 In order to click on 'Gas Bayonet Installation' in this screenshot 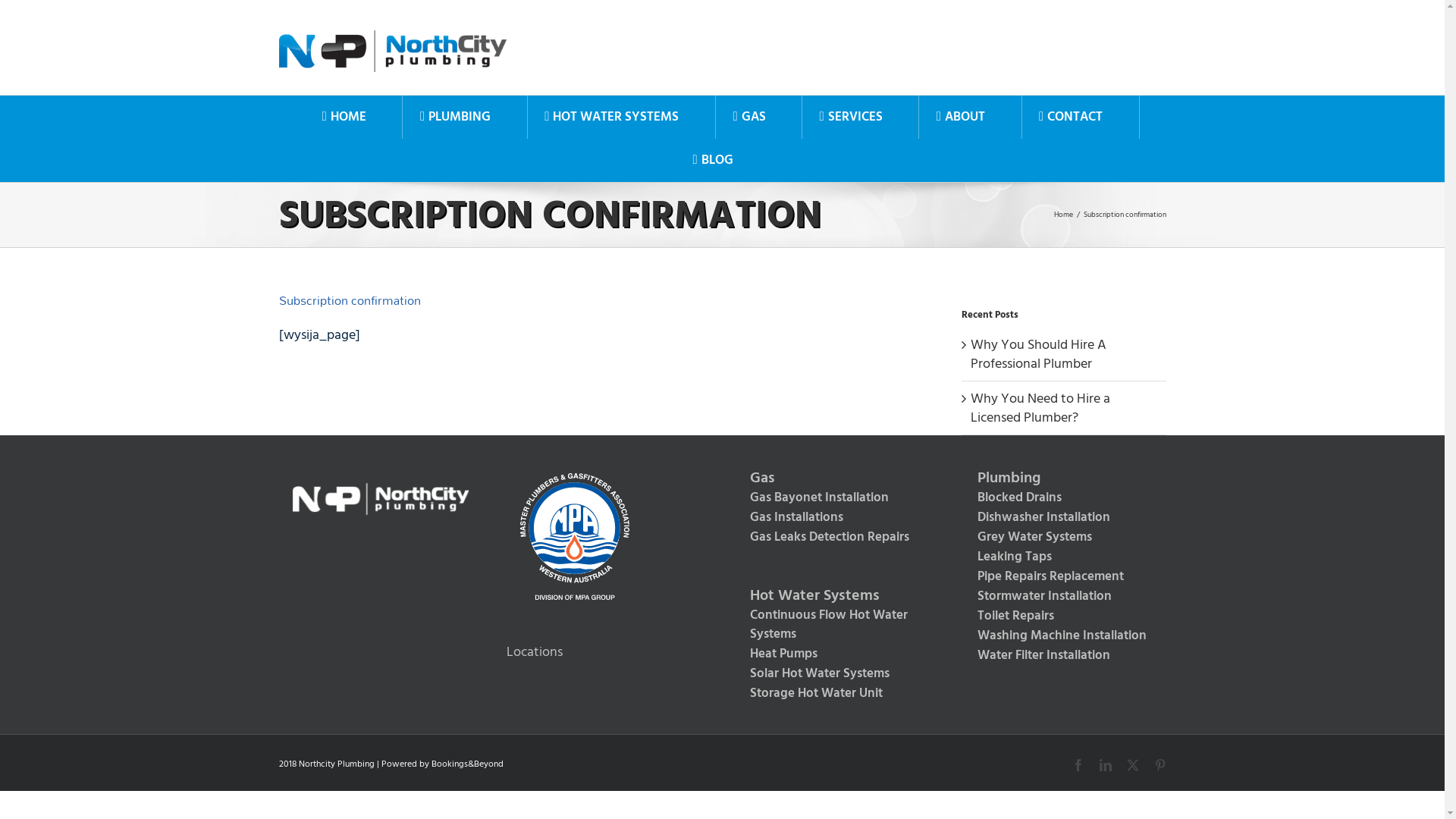, I will do `click(734, 497)`.